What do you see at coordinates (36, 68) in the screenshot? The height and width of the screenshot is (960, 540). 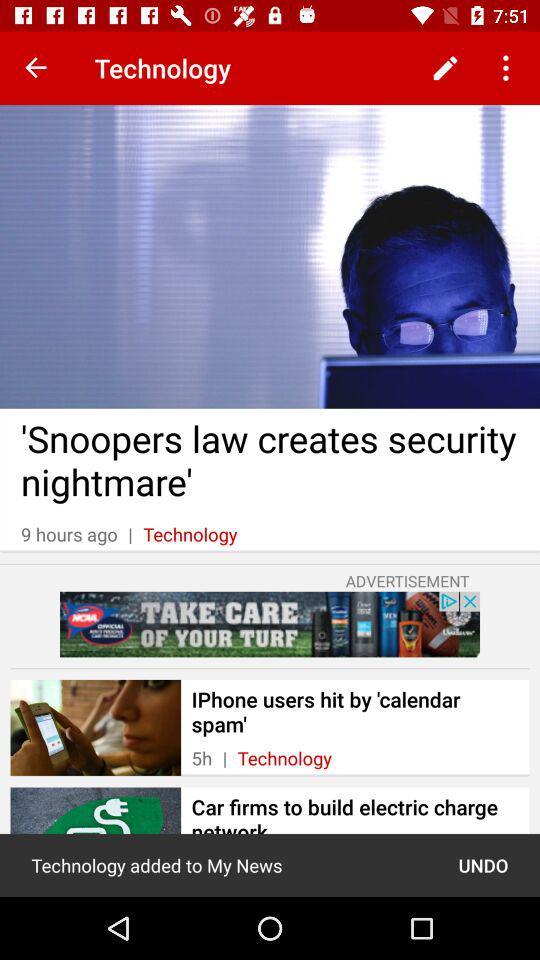 I see `go back` at bounding box center [36, 68].